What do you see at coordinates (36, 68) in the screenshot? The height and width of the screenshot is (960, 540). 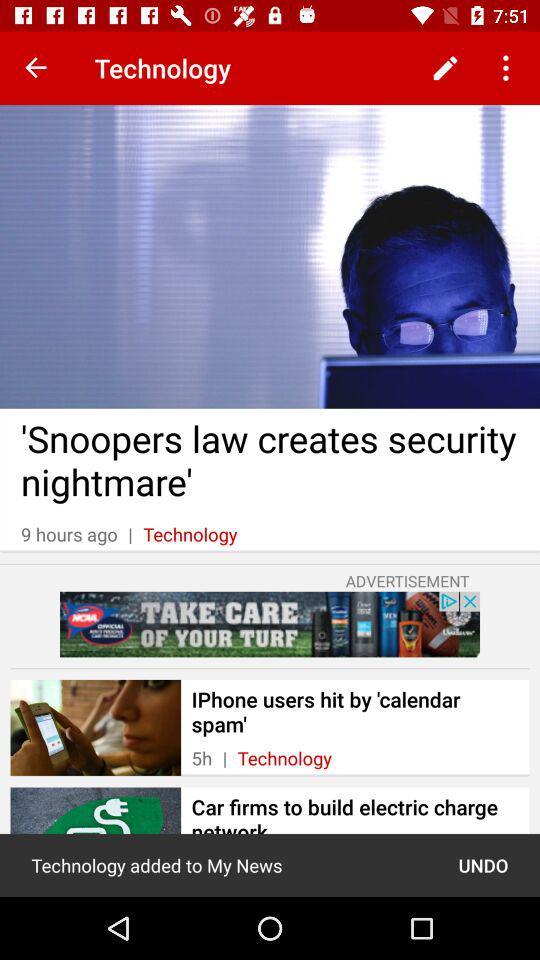 I see `go back` at bounding box center [36, 68].